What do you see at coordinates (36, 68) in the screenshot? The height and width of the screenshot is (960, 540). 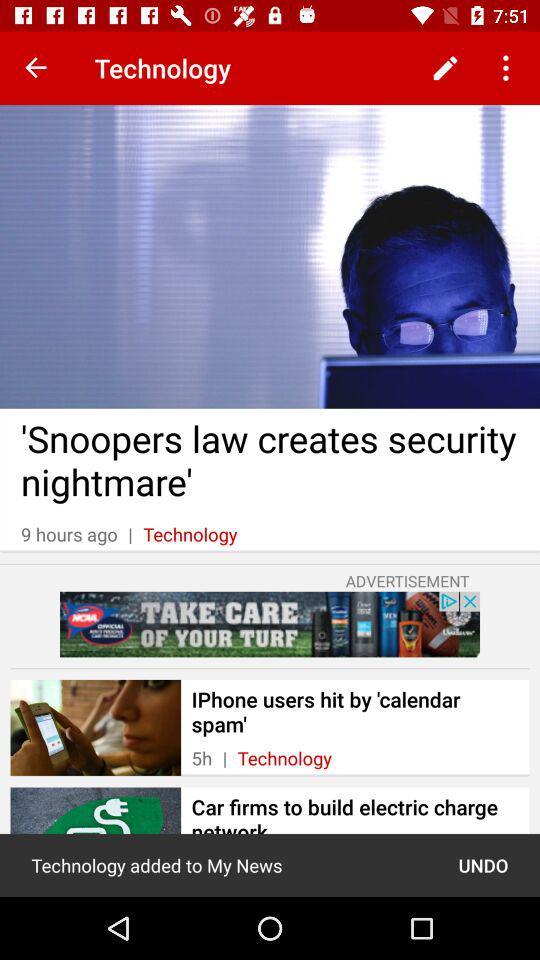 I see `go back` at bounding box center [36, 68].